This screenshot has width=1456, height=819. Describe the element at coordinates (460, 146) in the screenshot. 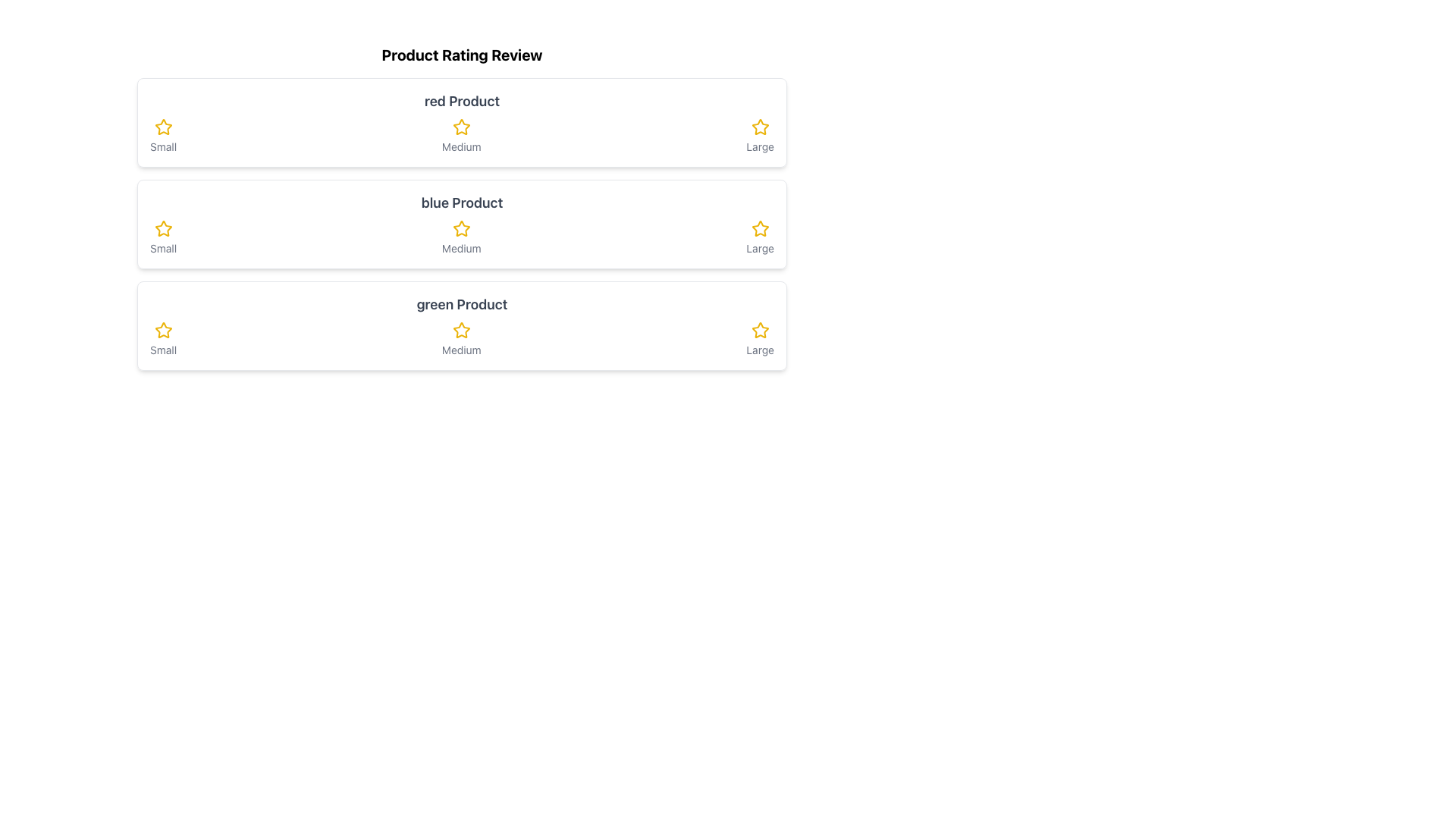

I see `text label displaying the word 'Medium' in gray color, which is centrally positioned below a yellow star icon in the 'red Product' row` at that location.